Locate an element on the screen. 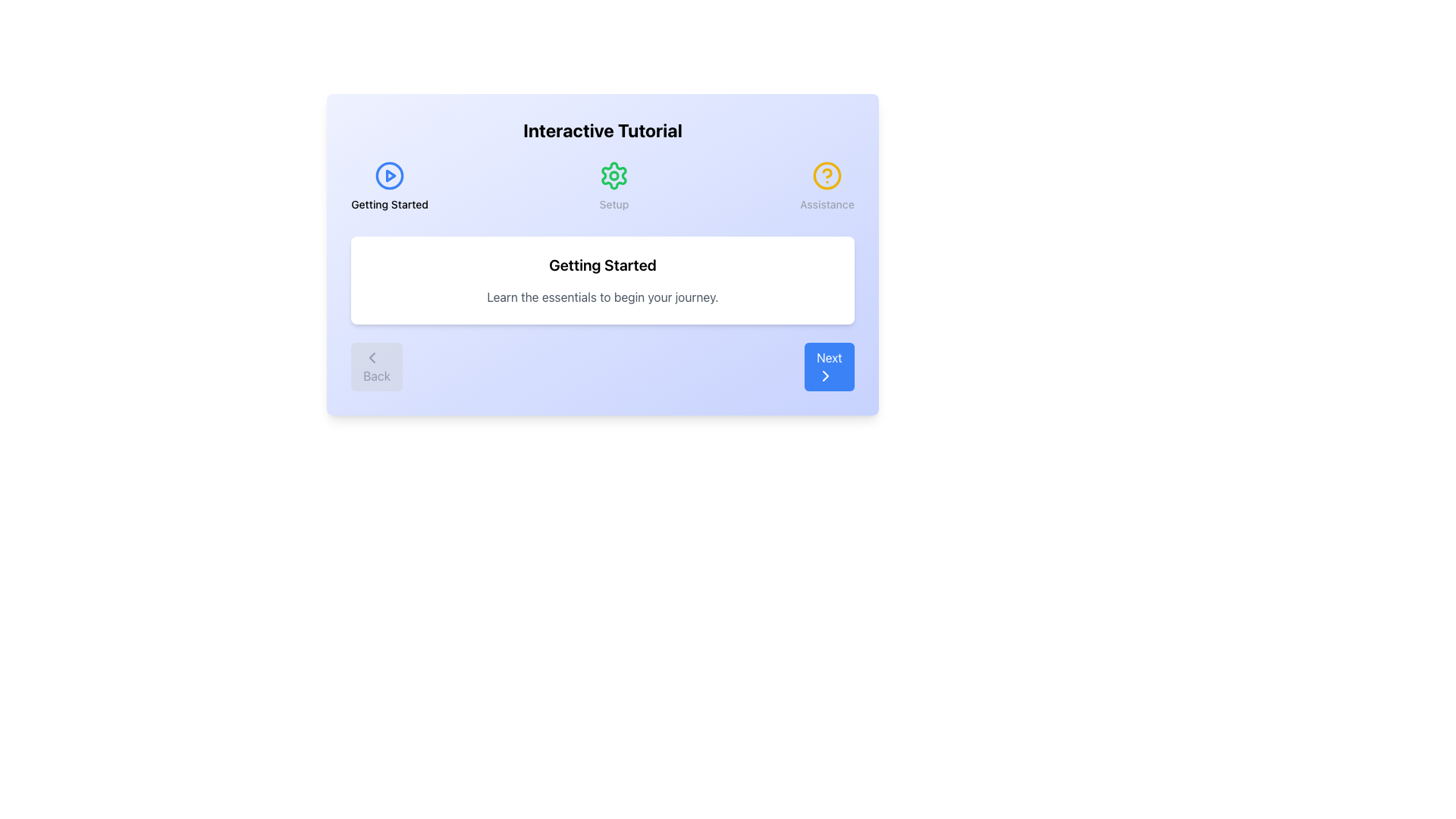 This screenshot has height=819, width=1456. the first clickable icon in the left section of the navigation bar is located at coordinates (390, 186).